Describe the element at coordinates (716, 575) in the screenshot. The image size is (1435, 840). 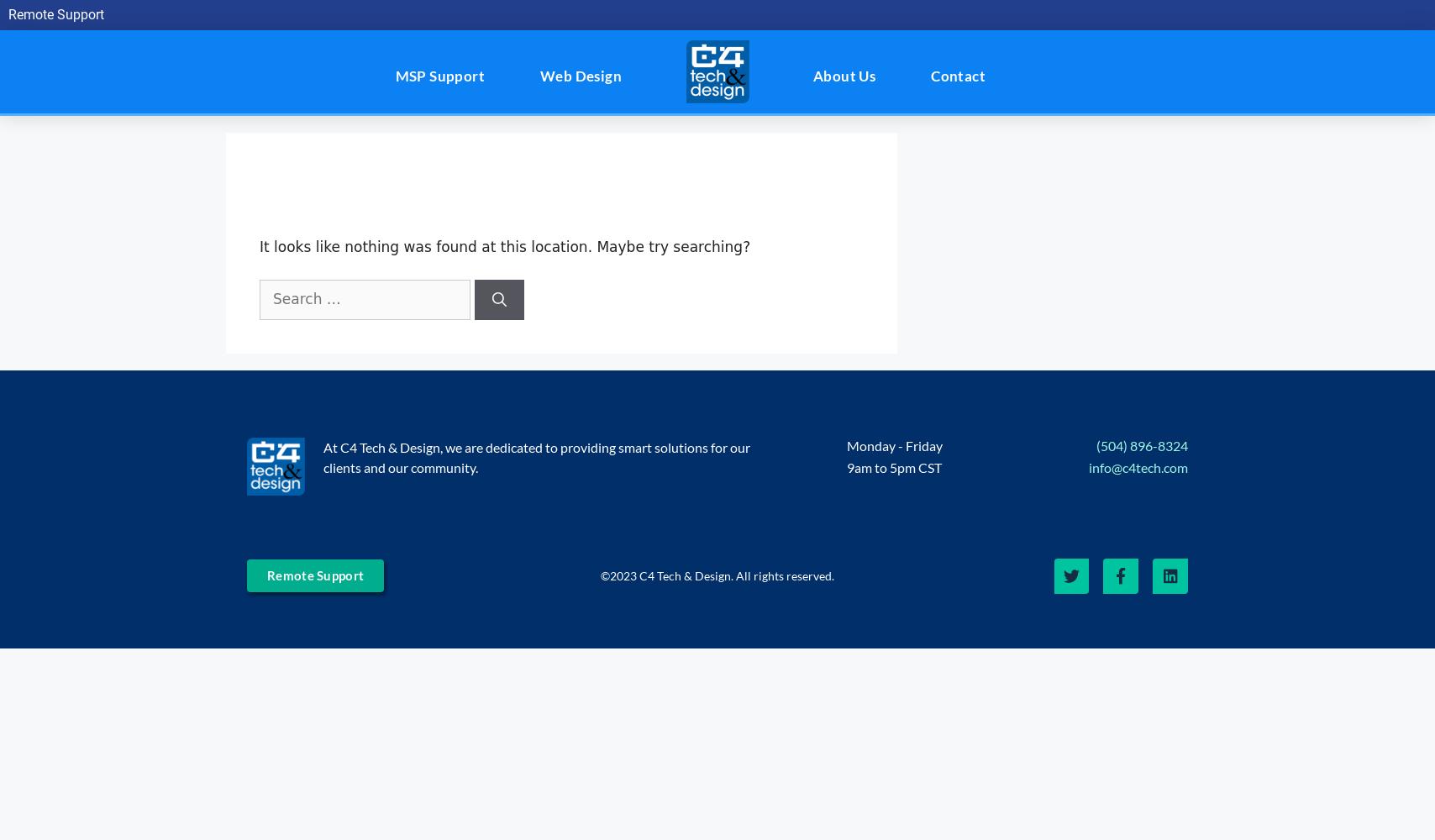
I see `'©2023 C4 Tech & Design. All rights reserved.'` at that location.